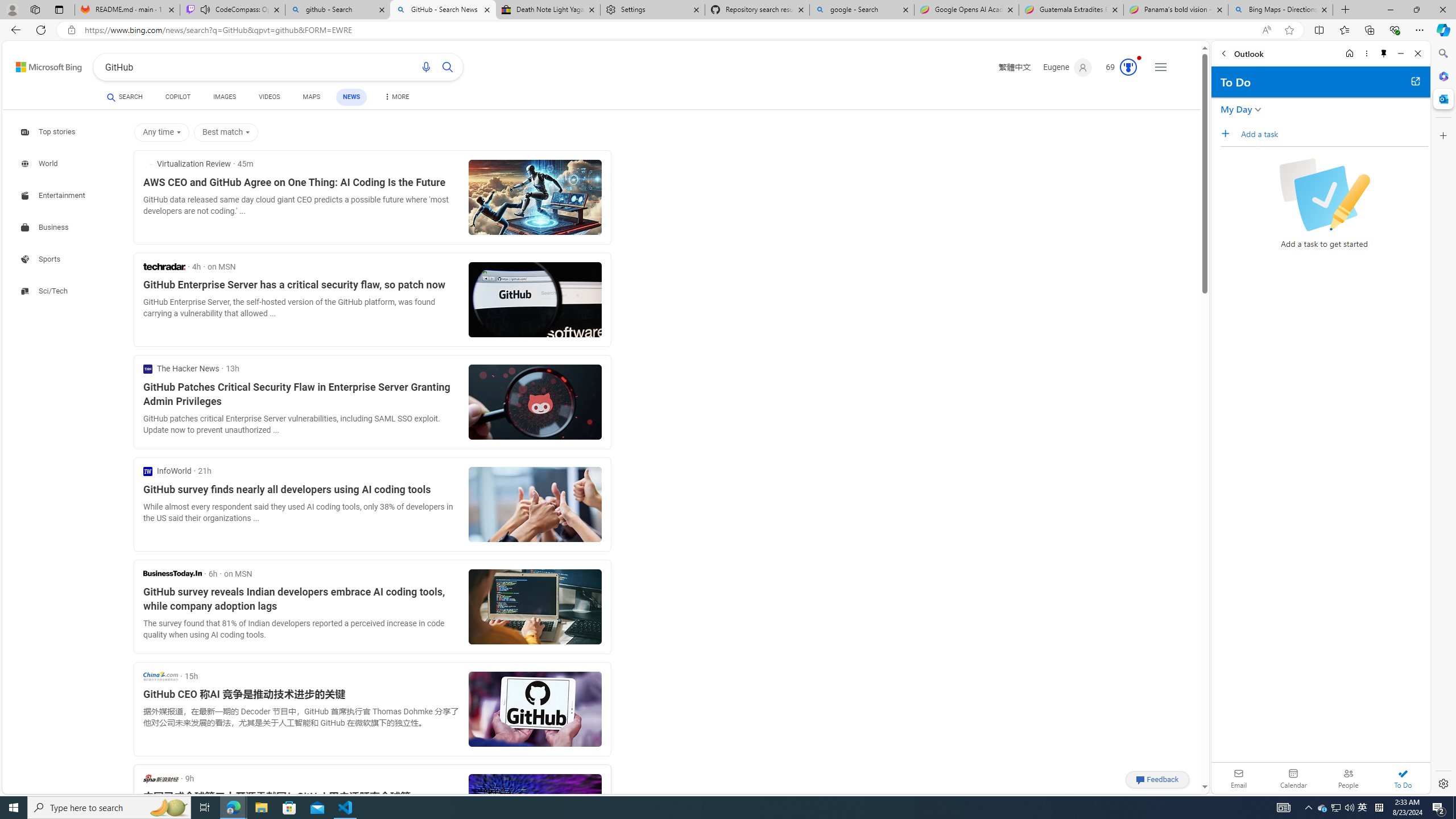 This screenshot has width=1456, height=819. Describe the element at coordinates (167, 470) in the screenshot. I see `'Search news from InfoWorld'` at that location.